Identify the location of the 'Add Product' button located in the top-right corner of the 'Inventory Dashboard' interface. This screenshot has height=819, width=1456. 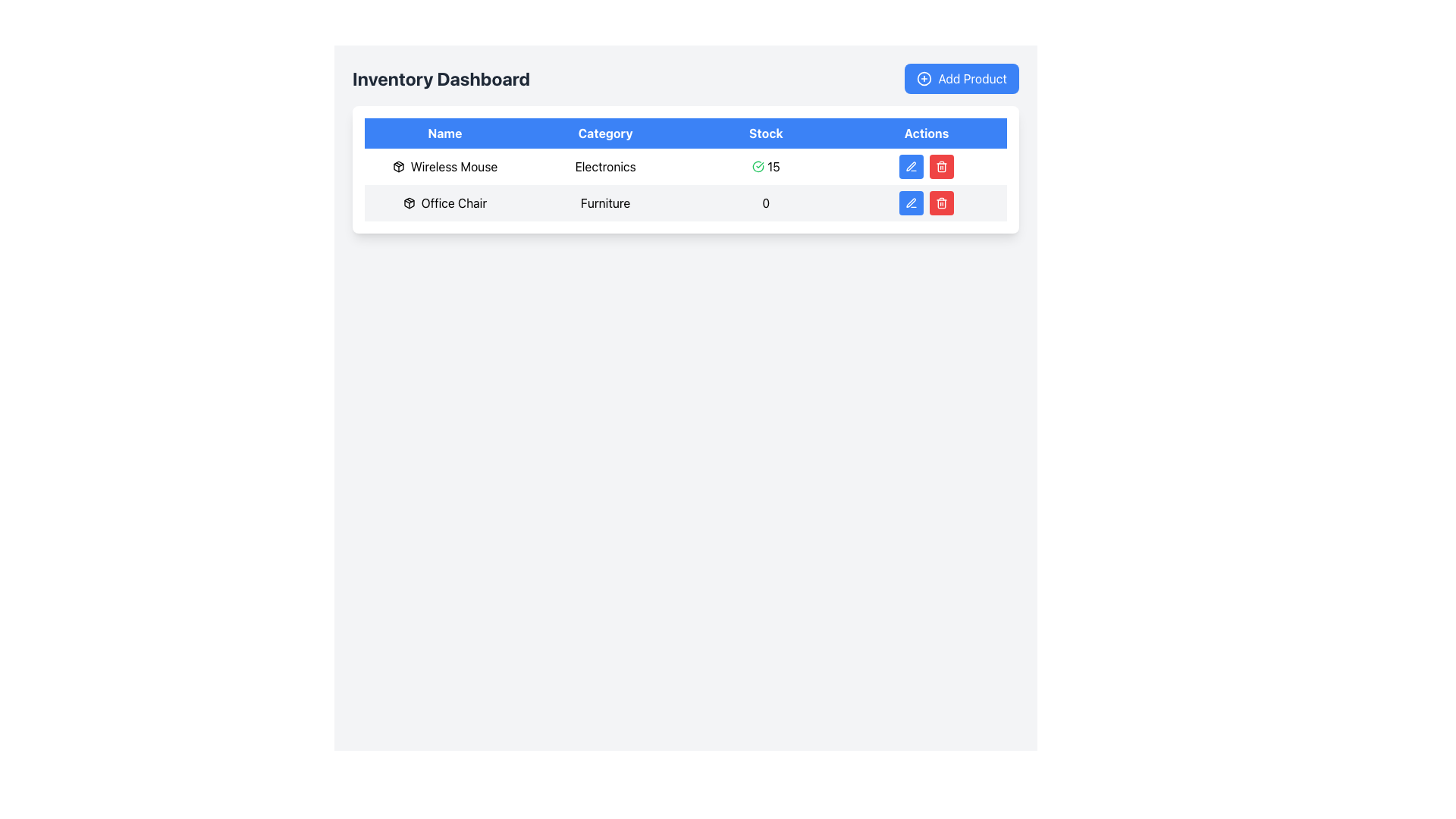
(961, 79).